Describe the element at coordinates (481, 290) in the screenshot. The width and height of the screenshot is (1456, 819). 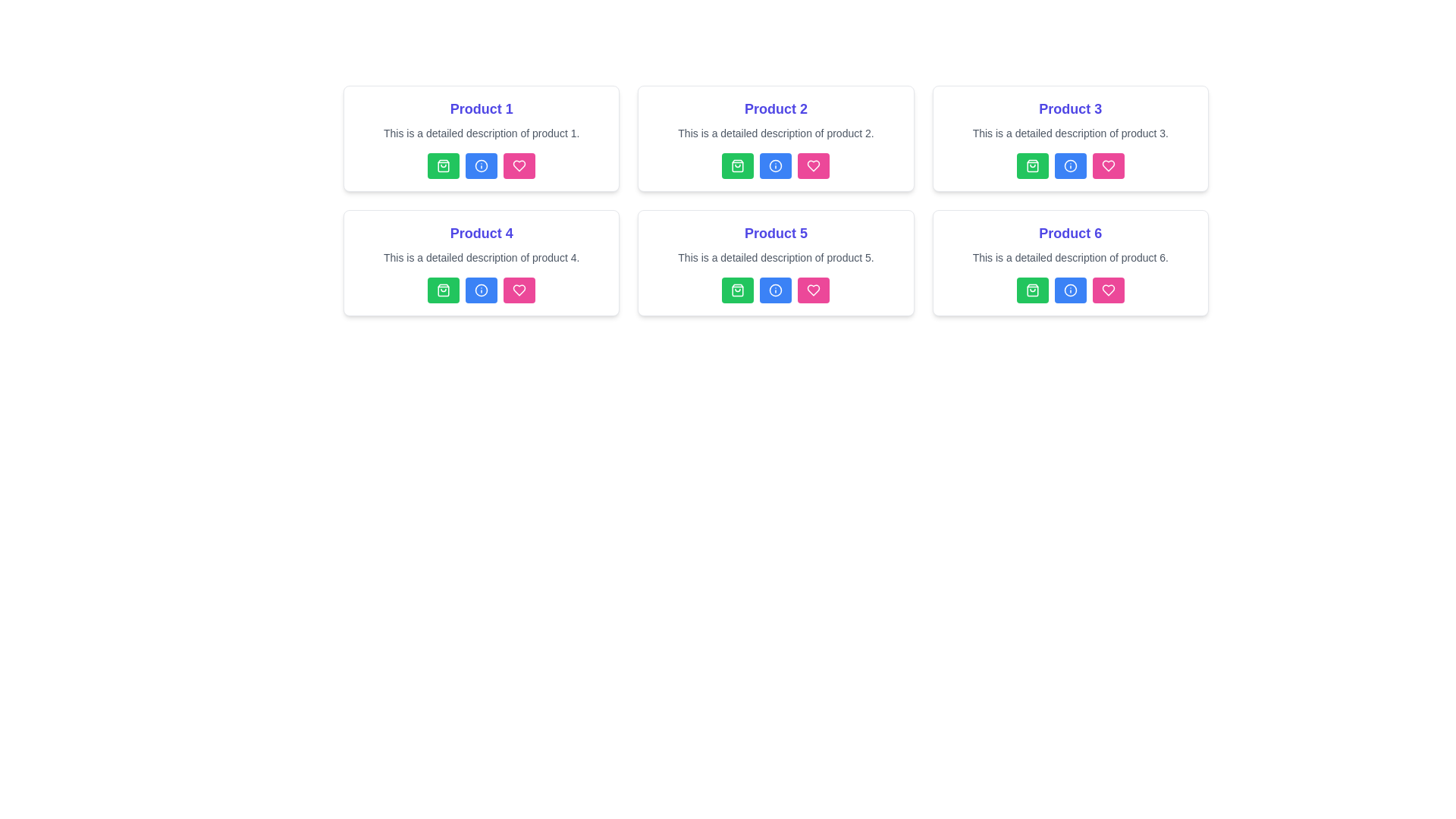
I see `the second icon from the left in the row of action buttons on the 'Product 4' card` at that location.